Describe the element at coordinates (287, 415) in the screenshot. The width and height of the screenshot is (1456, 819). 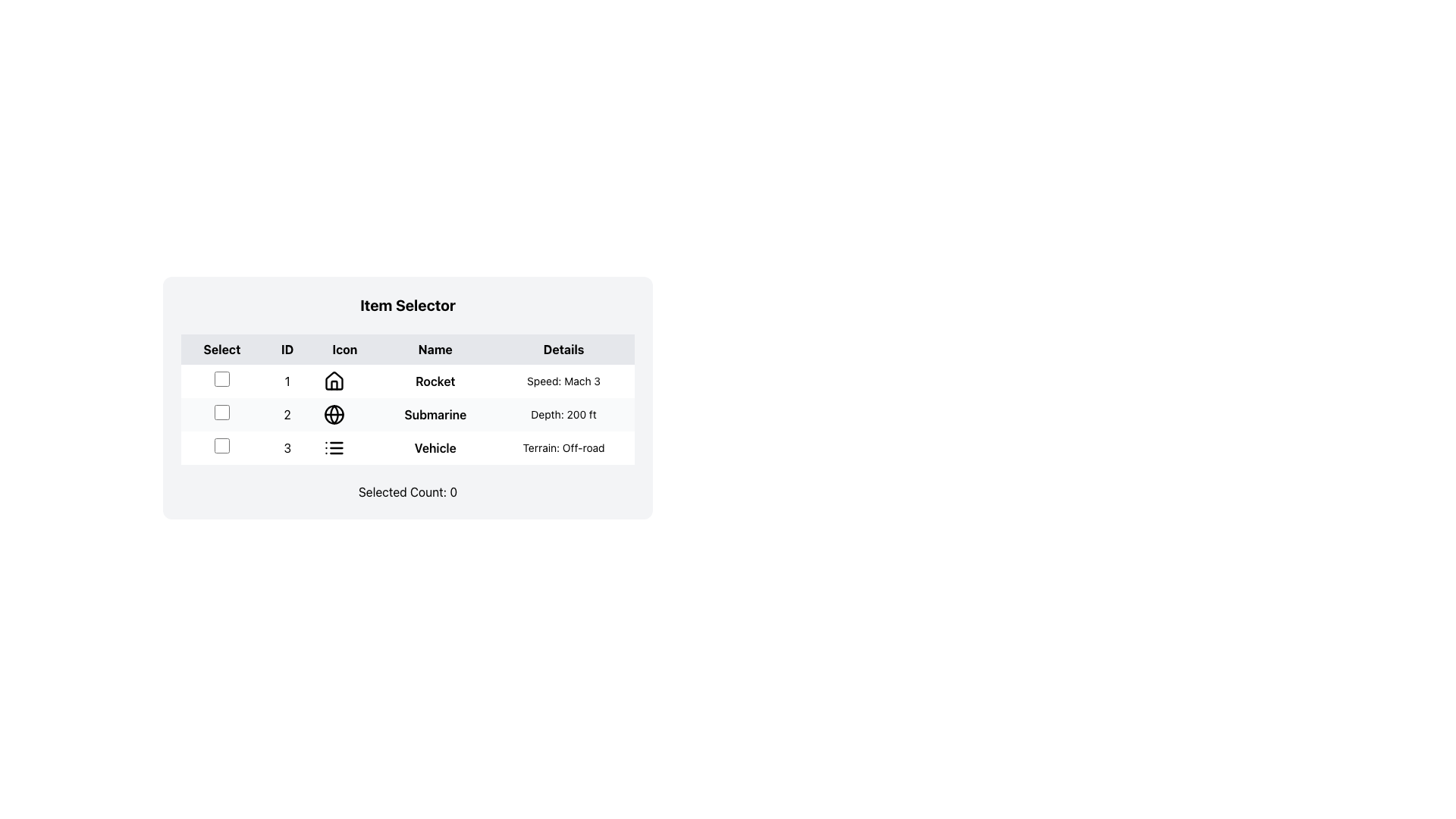
I see `the text label displaying the number '2' in bold black font, which is located in the second column of the second row in a table, between the checkbox and the icon` at that location.